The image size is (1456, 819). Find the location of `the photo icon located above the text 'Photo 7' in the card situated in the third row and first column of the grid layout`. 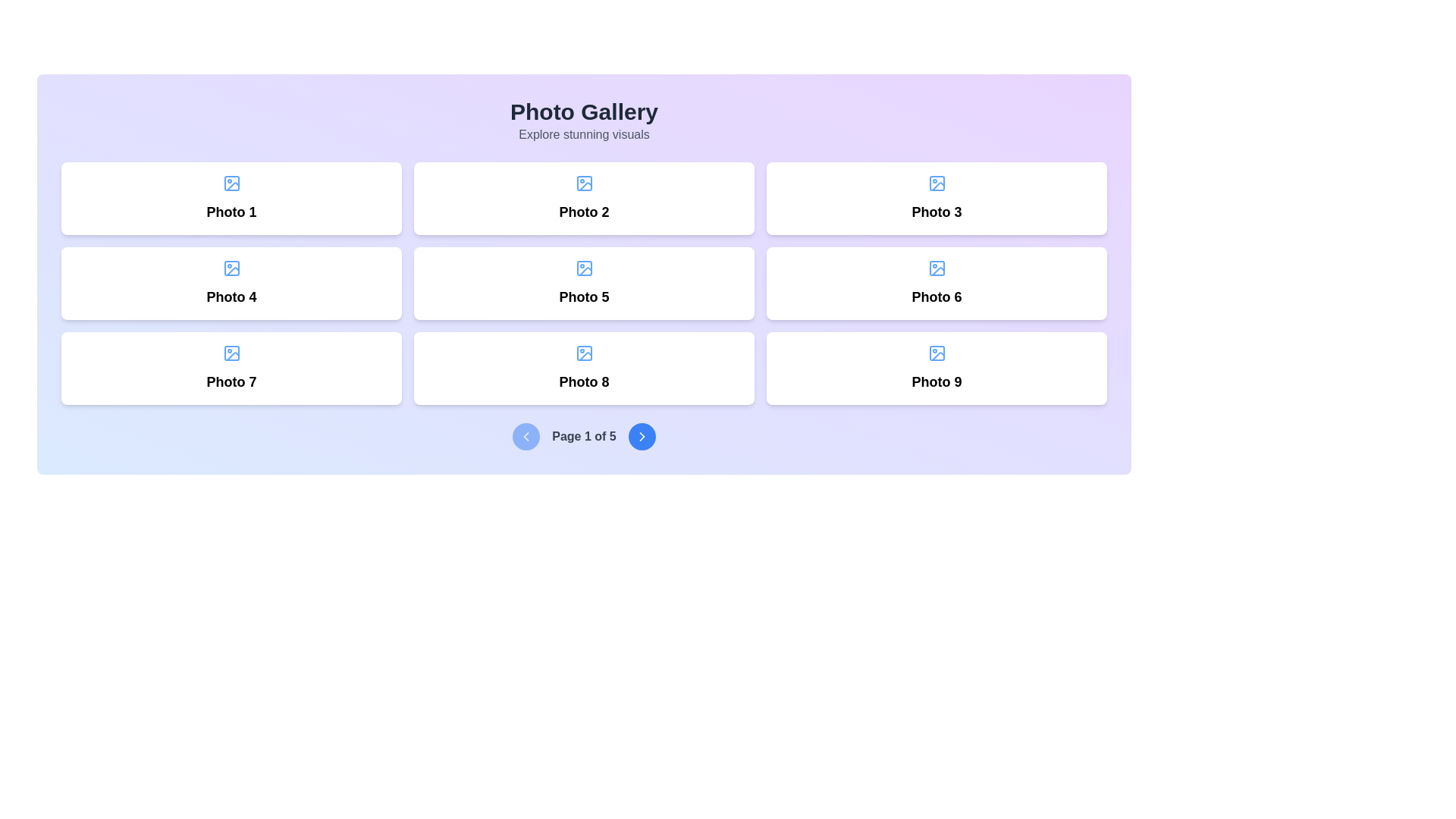

the photo icon located above the text 'Photo 7' in the card situated in the third row and first column of the grid layout is located at coordinates (231, 353).